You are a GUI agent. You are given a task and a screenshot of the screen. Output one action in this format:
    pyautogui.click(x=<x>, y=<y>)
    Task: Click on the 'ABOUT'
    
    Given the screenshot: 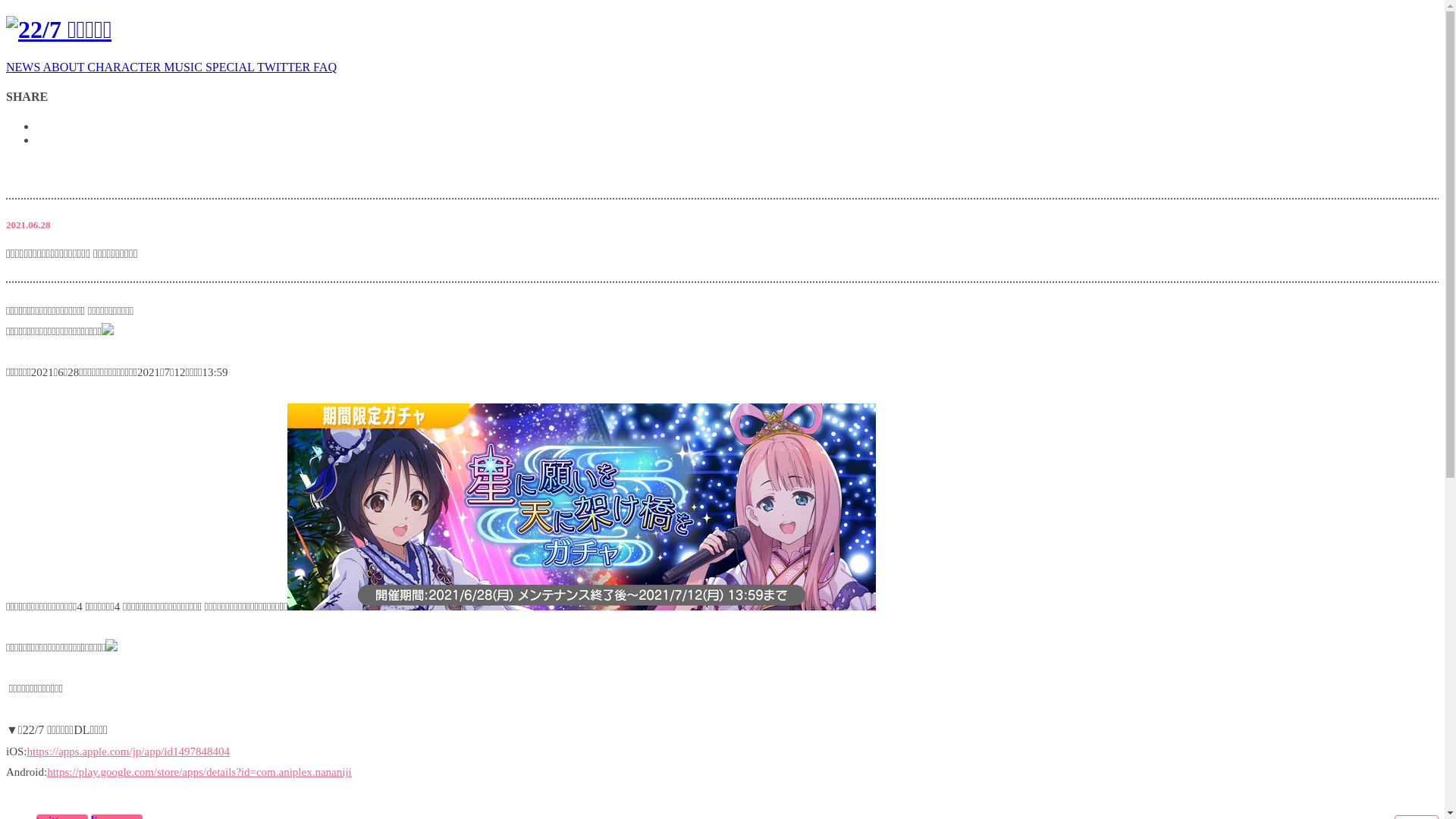 What is the action you would take?
    pyautogui.click(x=64, y=66)
    